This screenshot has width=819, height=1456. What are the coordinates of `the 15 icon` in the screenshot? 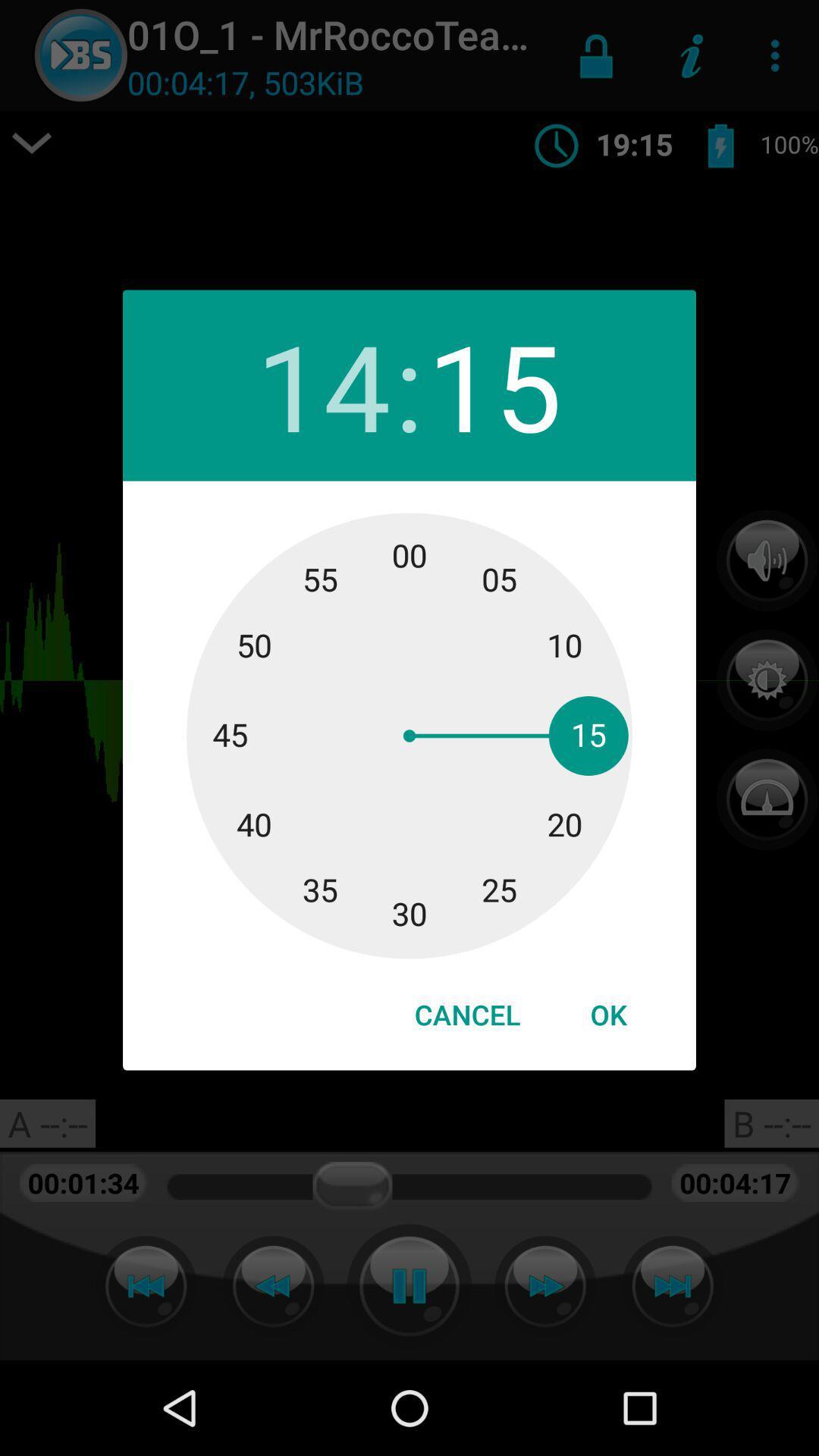 It's located at (494, 385).